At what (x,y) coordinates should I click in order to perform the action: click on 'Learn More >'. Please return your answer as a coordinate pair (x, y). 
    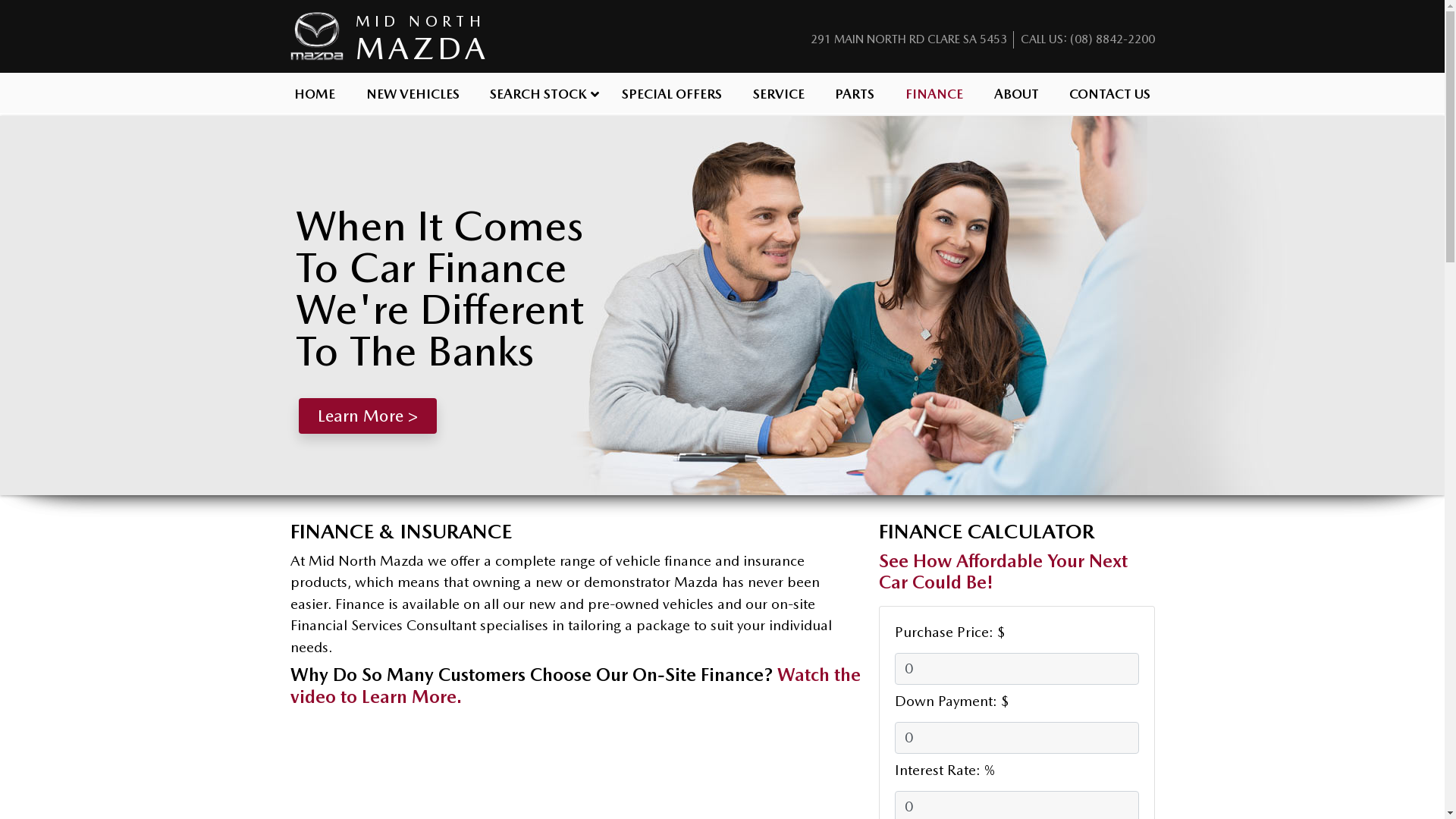
    Looking at the image, I should click on (367, 416).